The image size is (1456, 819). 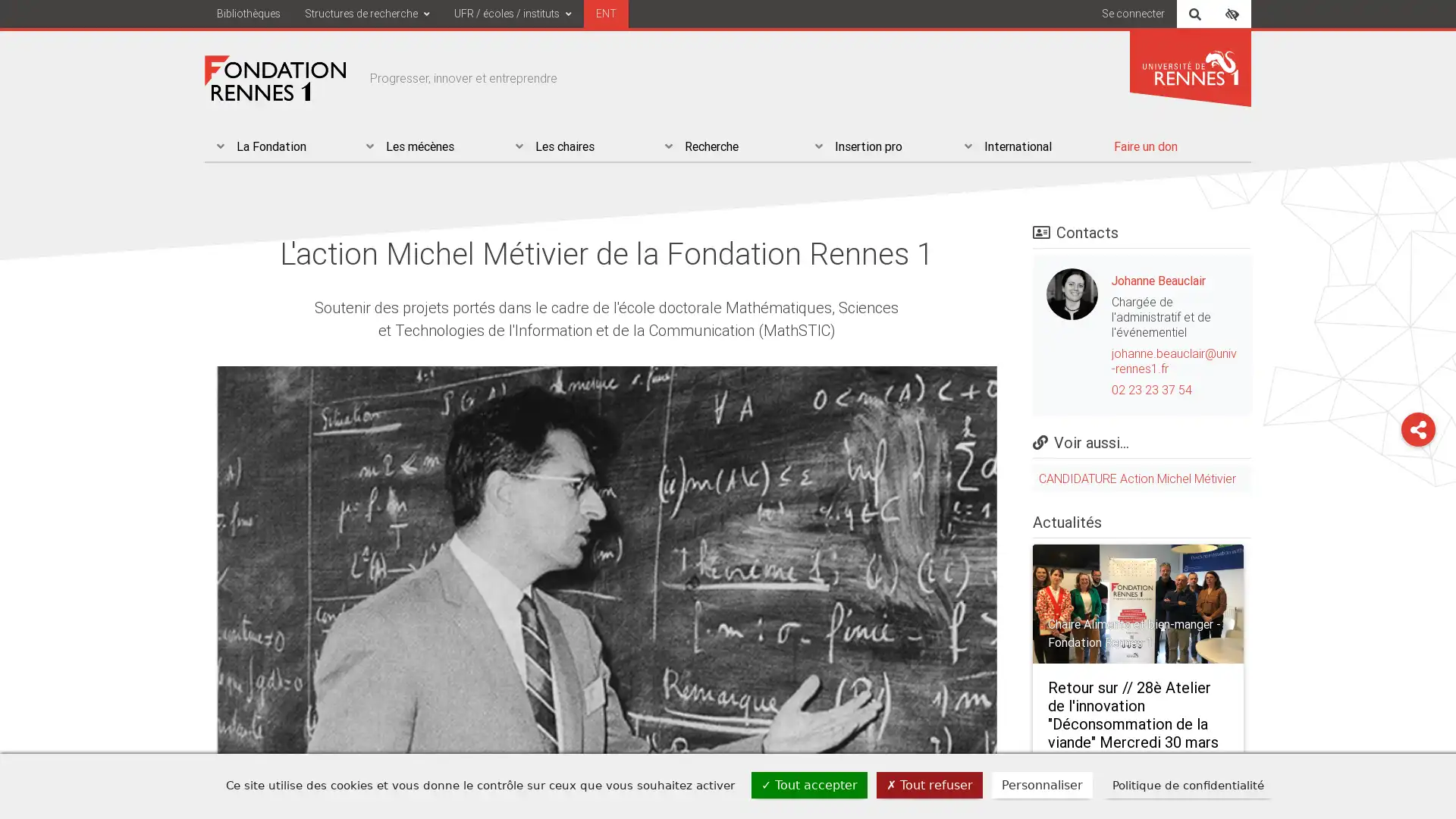 I want to click on Tout accepter, so click(x=808, y=784).